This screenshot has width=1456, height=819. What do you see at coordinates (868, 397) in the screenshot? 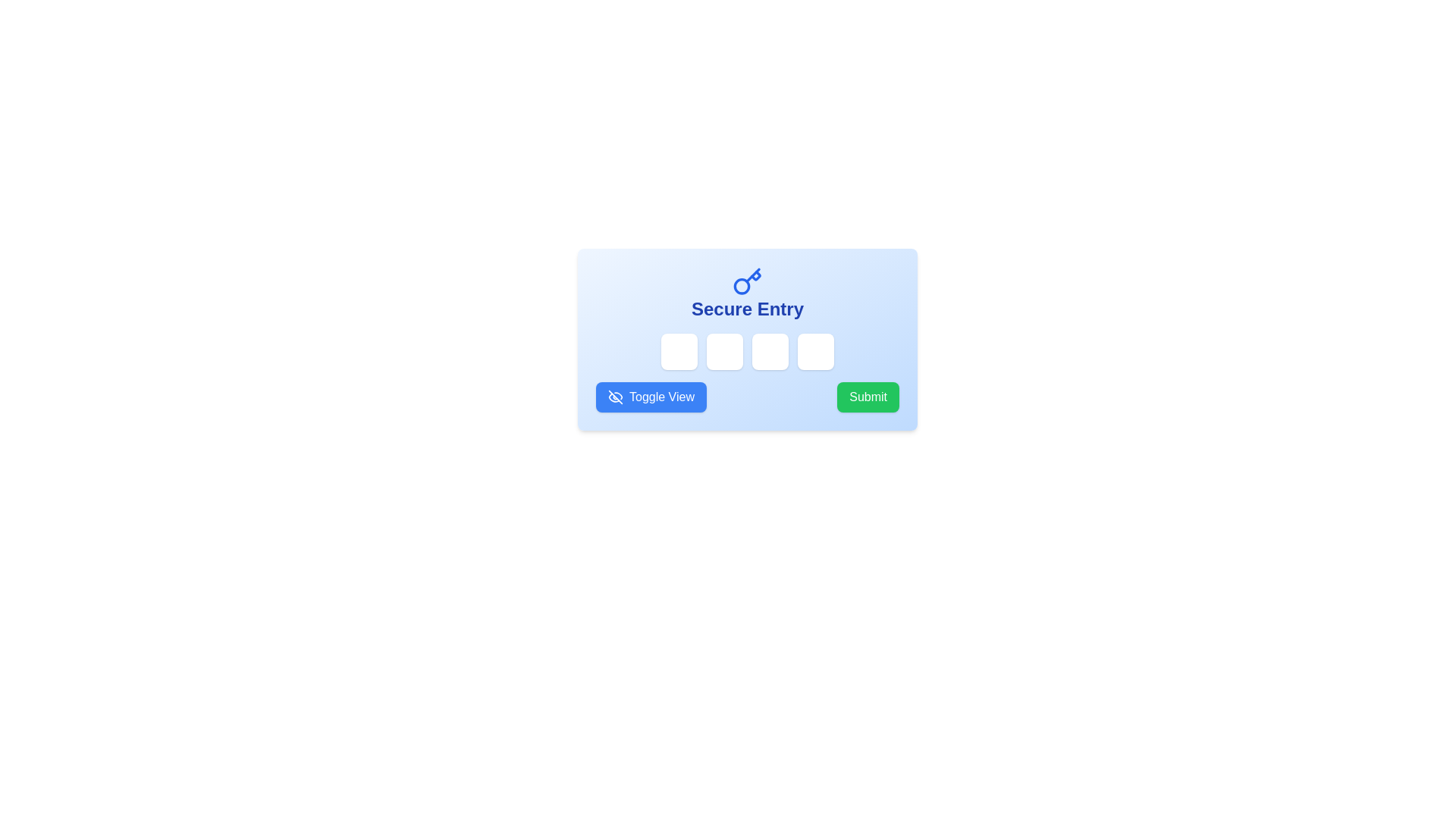
I see `the 'Submit' button located on the right side of the button group` at bounding box center [868, 397].